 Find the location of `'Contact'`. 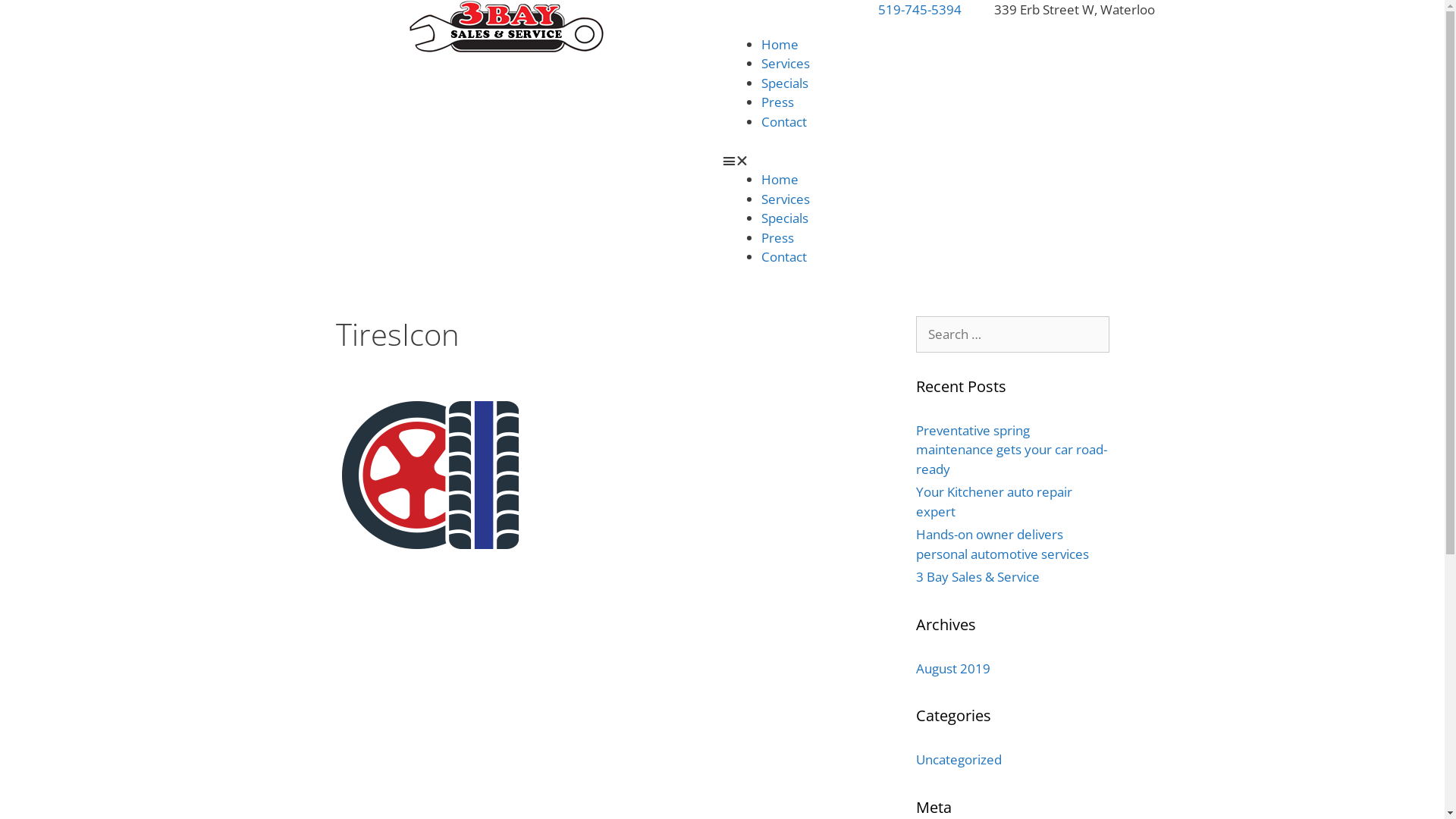

'Contact' is located at coordinates (783, 120).